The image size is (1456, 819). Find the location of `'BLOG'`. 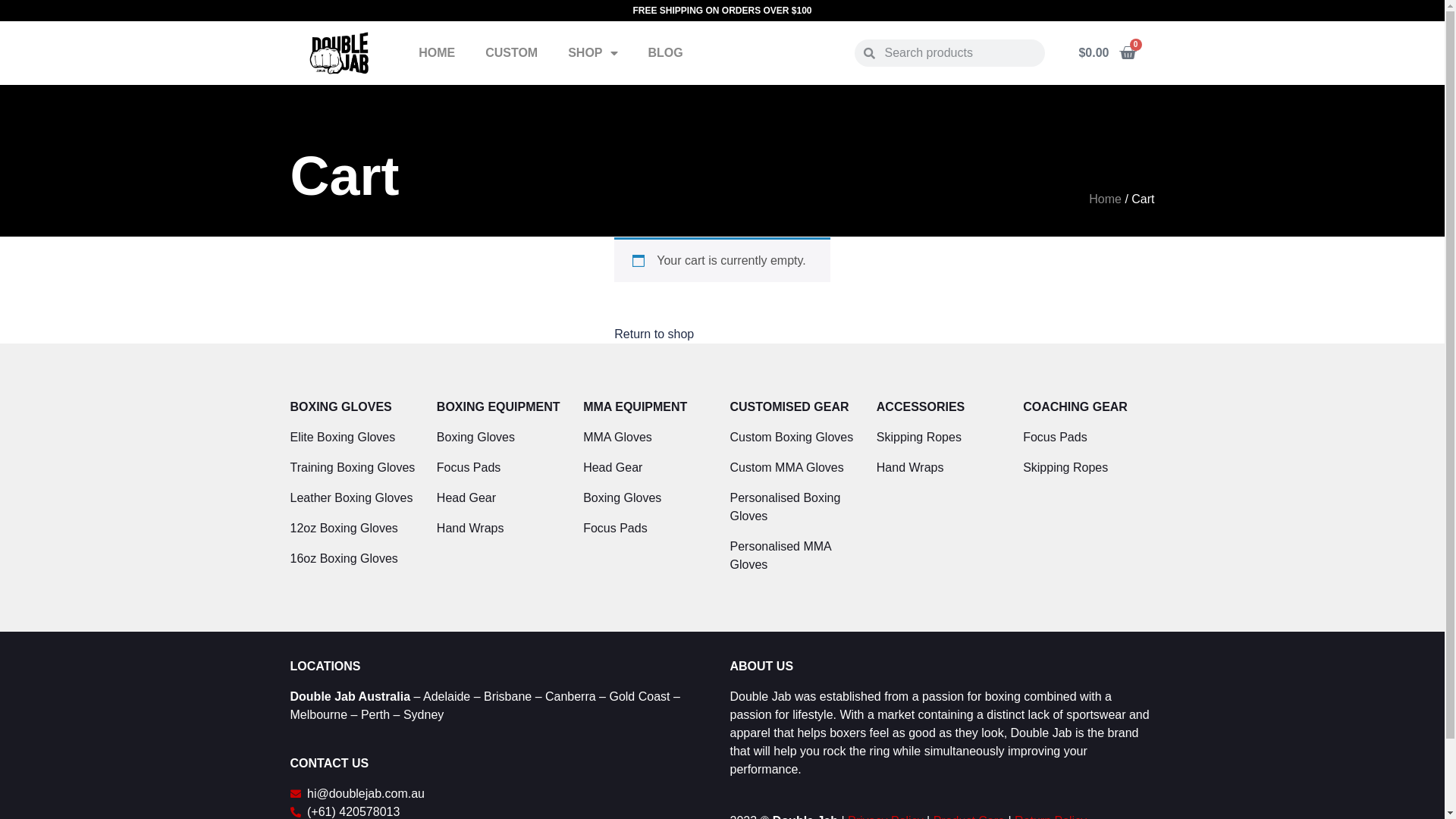

'BLOG' is located at coordinates (666, 52).